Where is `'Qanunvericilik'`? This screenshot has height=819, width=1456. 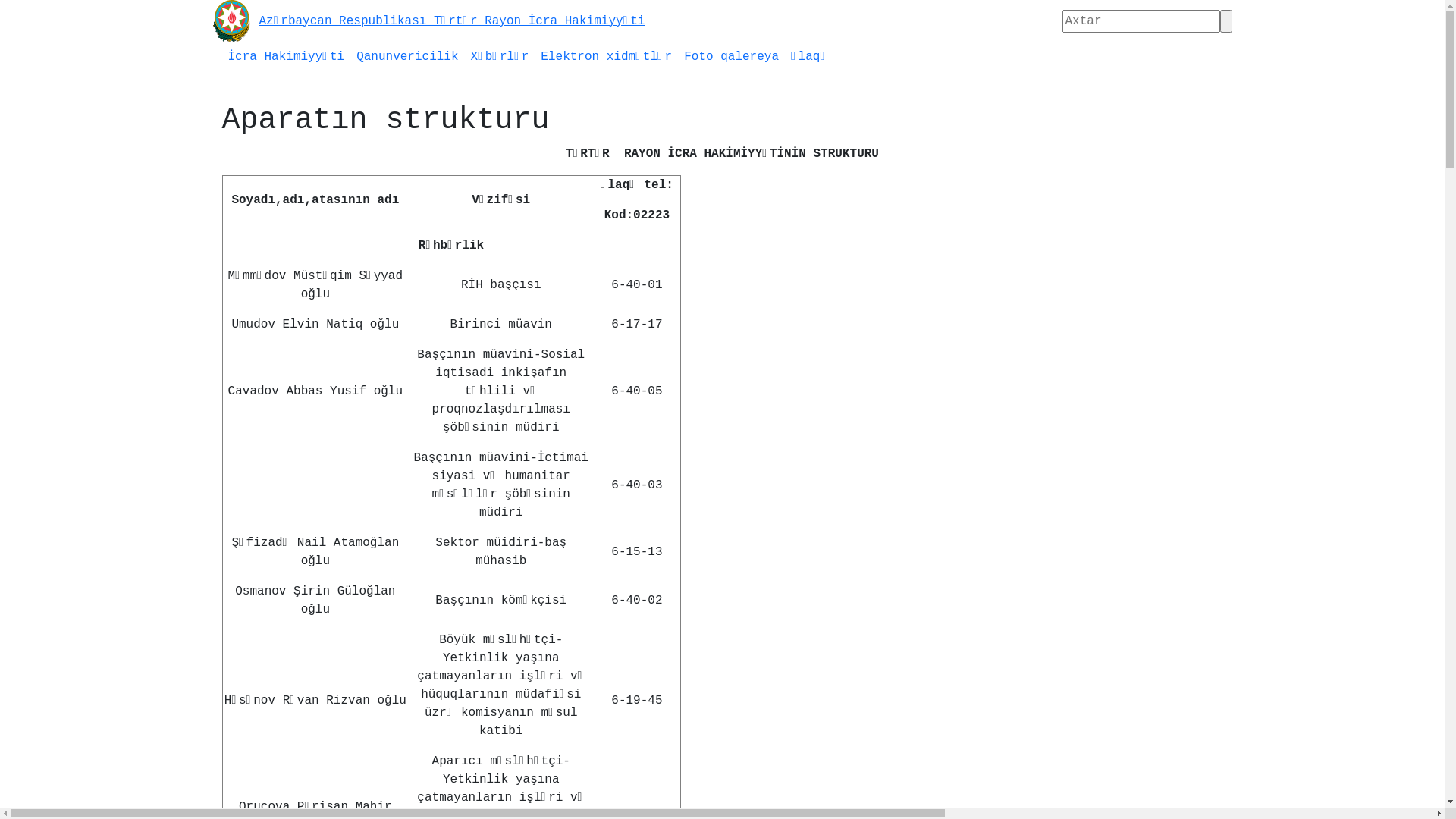
'Qanunvericilik' is located at coordinates (407, 55).